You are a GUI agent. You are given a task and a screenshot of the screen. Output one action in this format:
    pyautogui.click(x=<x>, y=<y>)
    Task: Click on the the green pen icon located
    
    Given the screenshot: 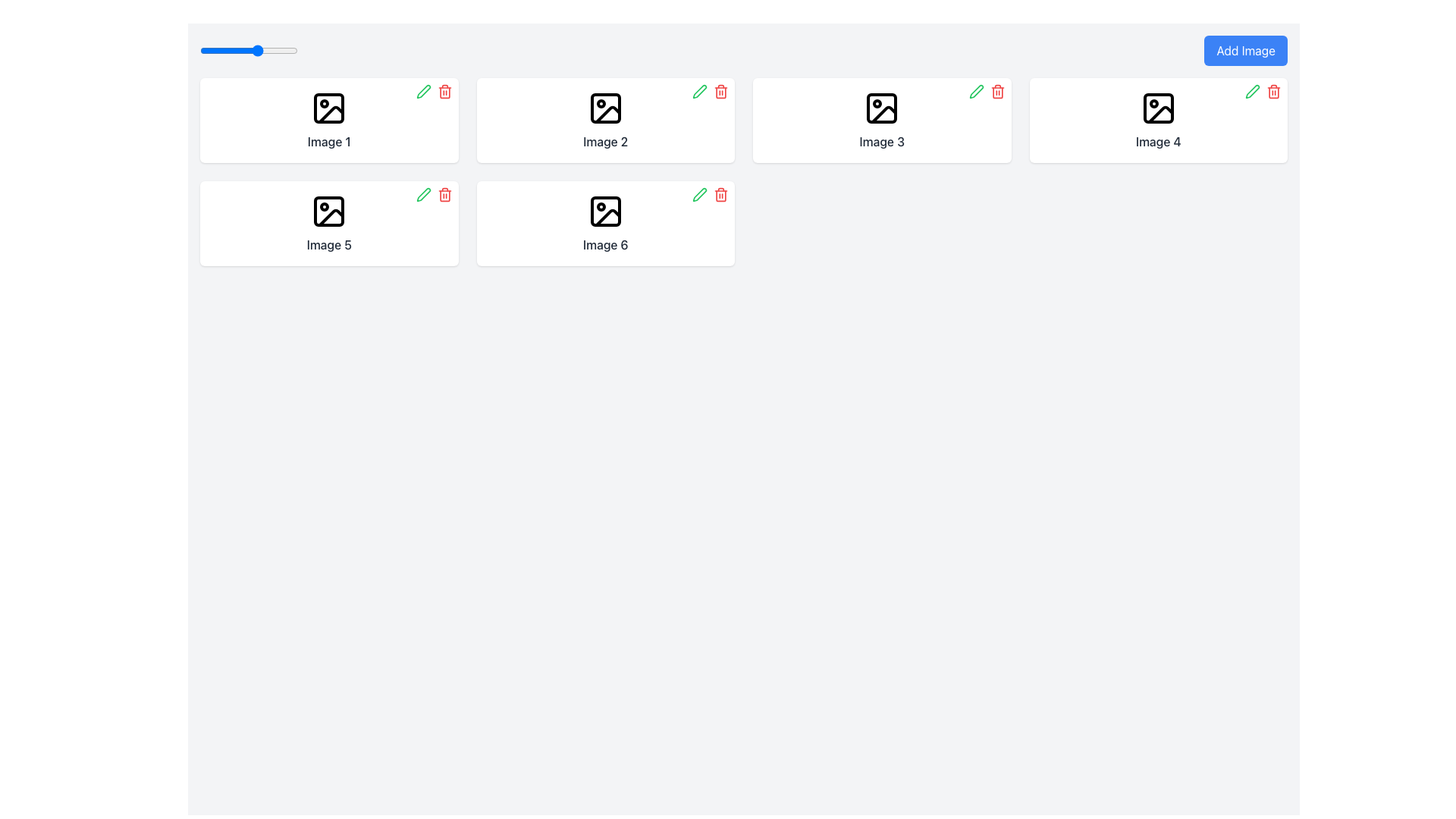 What is the action you would take?
    pyautogui.click(x=698, y=91)
    